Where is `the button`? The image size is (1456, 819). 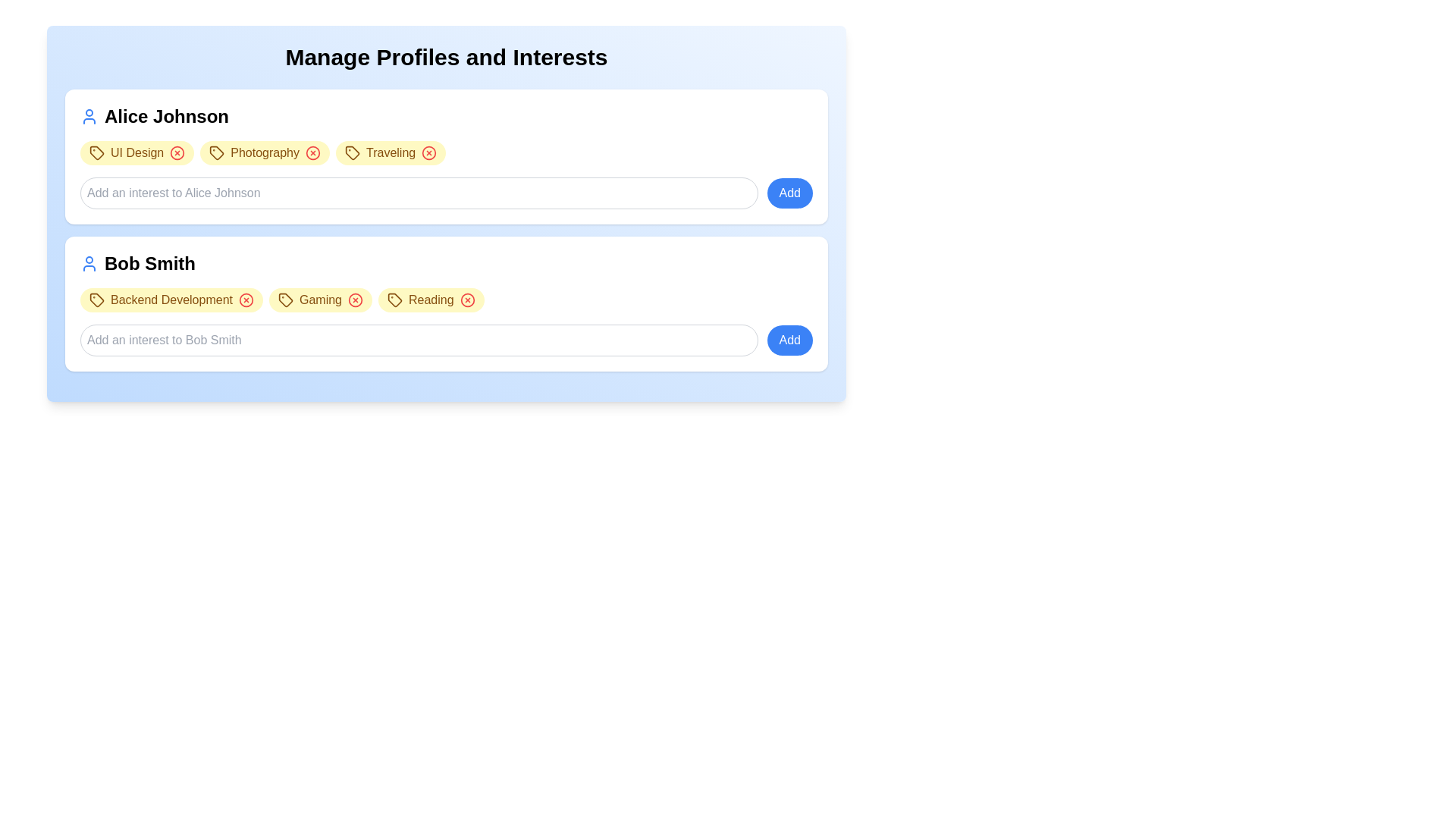
the button is located at coordinates (246, 300).